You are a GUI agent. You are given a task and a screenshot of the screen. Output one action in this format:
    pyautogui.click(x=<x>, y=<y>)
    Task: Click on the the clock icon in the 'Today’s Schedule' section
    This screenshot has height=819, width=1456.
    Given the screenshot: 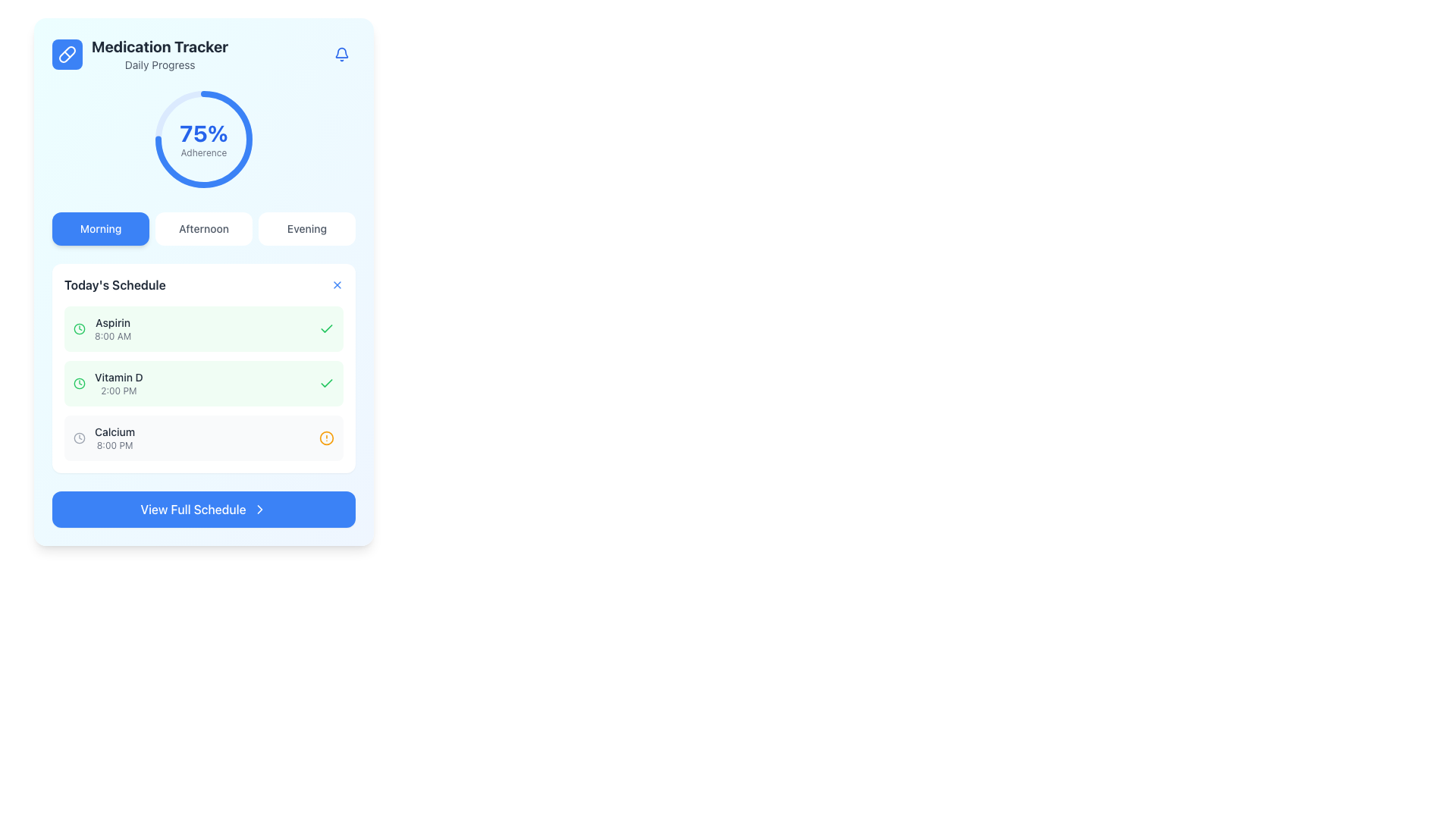 What is the action you would take?
    pyautogui.click(x=79, y=438)
    